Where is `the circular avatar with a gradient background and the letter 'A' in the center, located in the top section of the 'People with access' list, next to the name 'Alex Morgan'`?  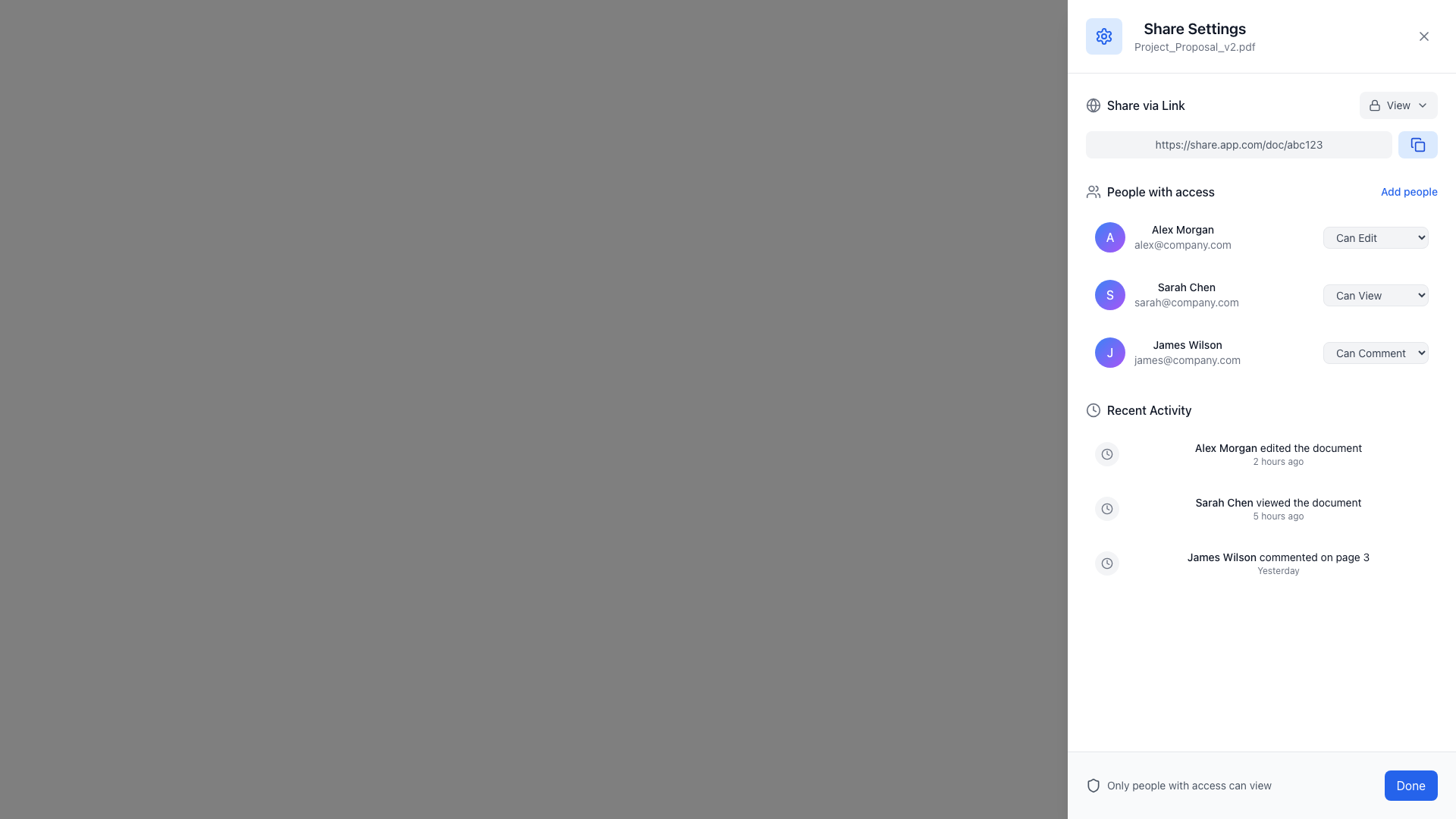
the circular avatar with a gradient background and the letter 'A' in the center, located in the top section of the 'People with access' list, next to the name 'Alex Morgan' is located at coordinates (1110, 237).